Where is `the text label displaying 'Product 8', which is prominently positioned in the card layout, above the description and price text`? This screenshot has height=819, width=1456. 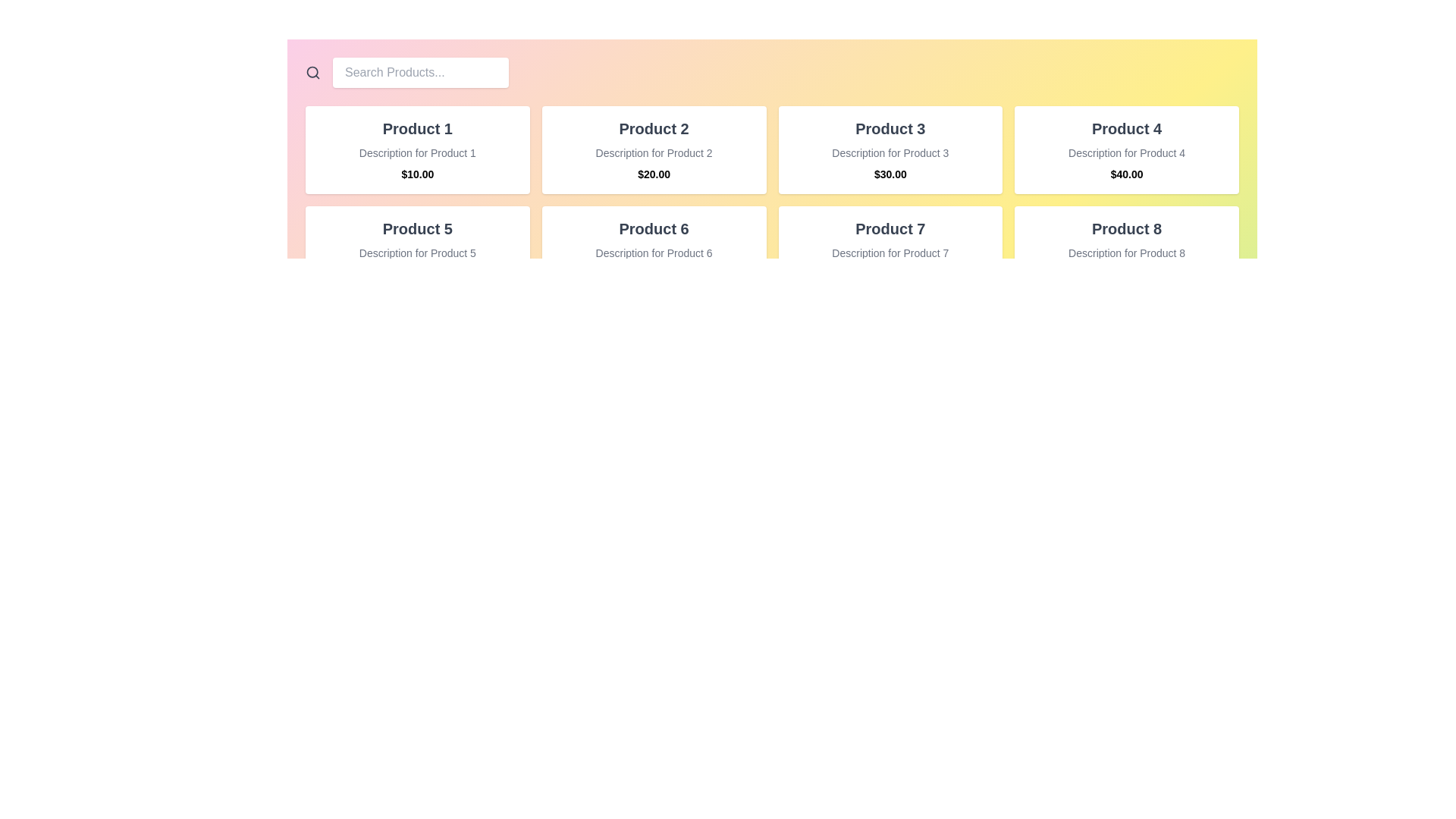
the text label displaying 'Product 8', which is prominently positioned in the card layout, above the description and price text is located at coordinates (1127, 228).